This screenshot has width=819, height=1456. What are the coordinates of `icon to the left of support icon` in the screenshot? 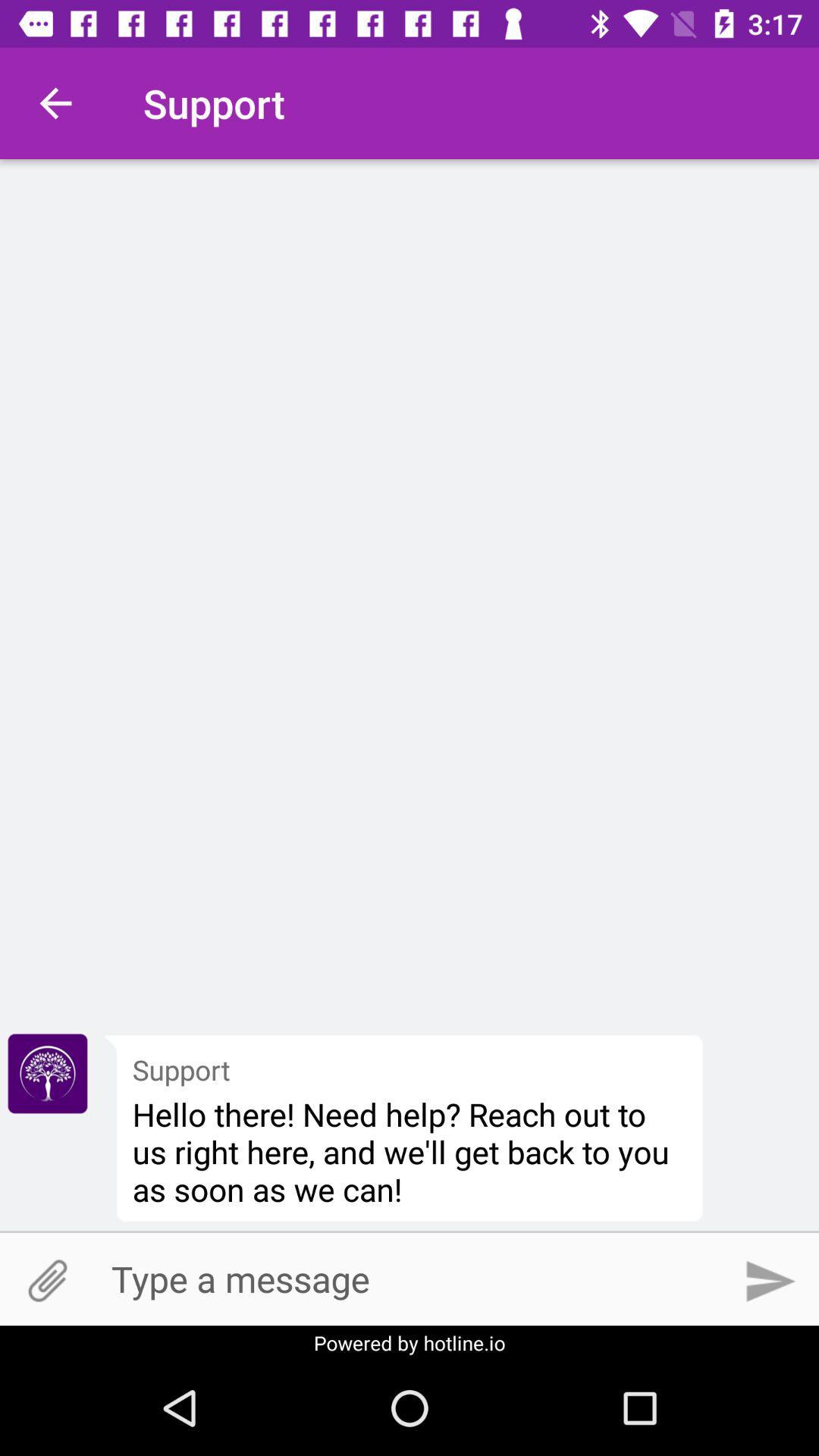 It's located at (55, 102).